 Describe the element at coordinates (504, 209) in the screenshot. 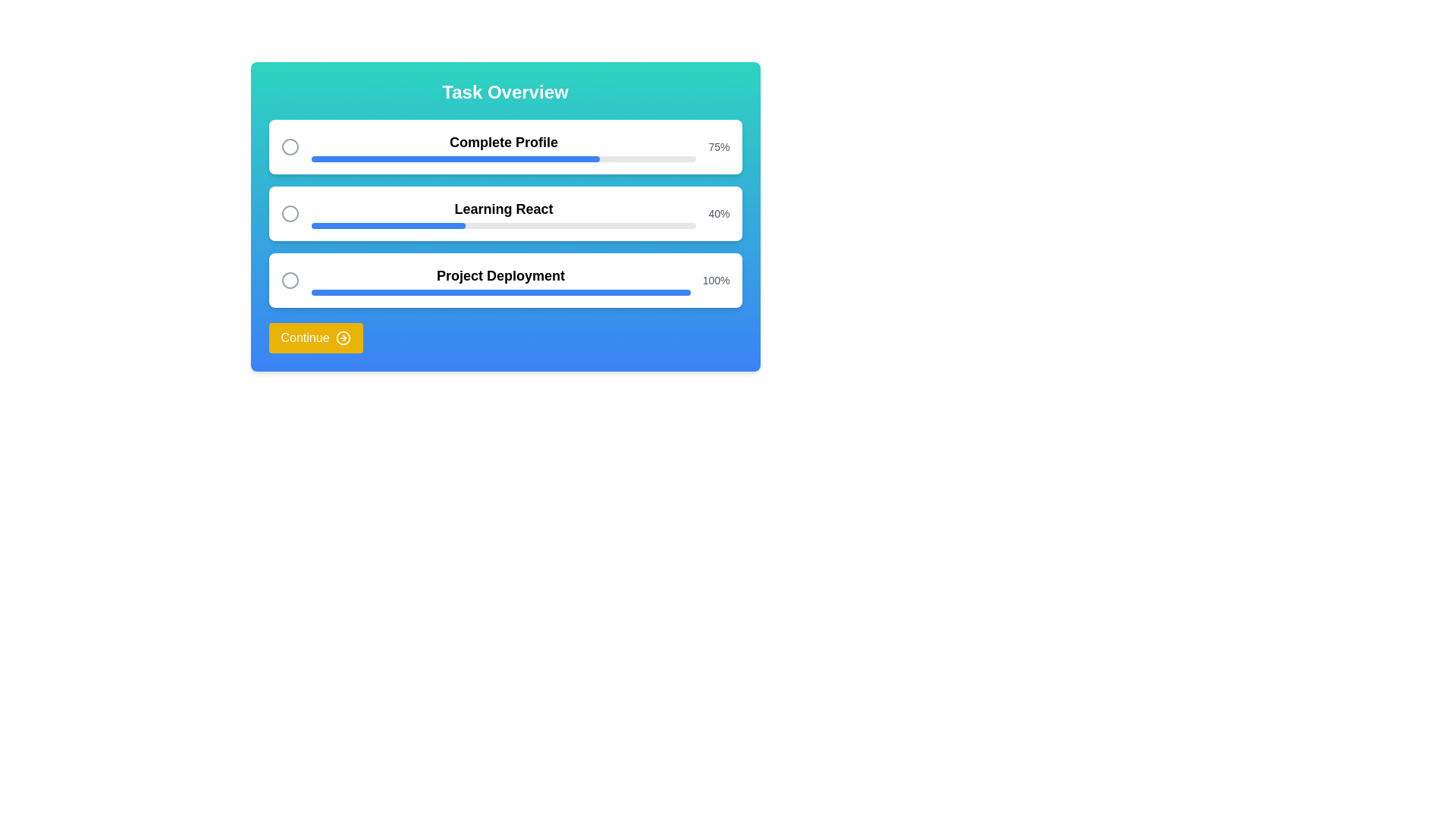

I see `text label displaying 'Learning React' in bold and enlarged font style, located in the middle of the progress tracking list under 'Task Overview'` at that location.